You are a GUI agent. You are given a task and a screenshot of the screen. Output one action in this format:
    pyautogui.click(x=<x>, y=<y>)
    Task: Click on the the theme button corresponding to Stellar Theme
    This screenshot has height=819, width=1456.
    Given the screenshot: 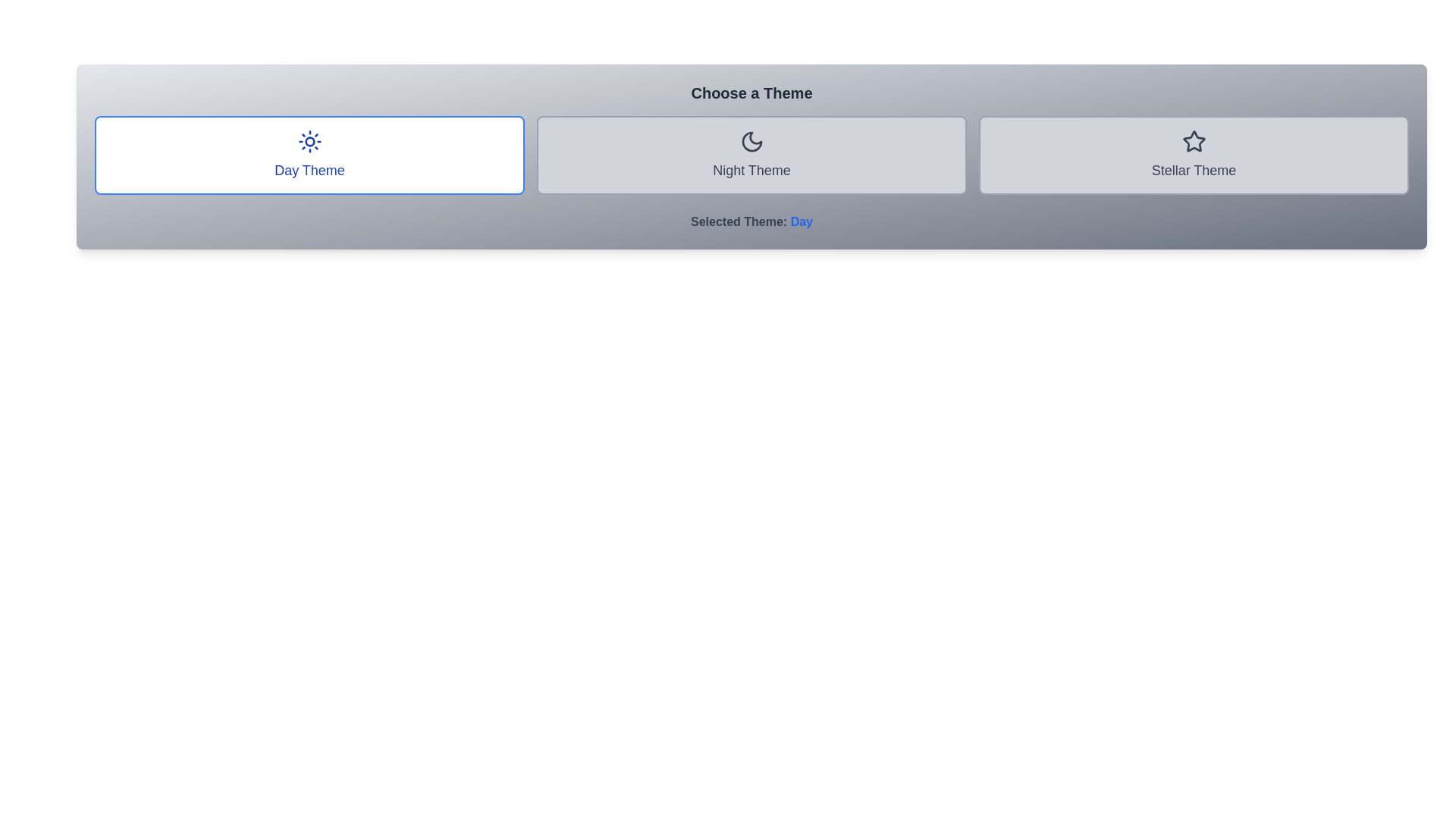 What is the action you would take?
    pyautogui.click(x=1193, y=155)
    